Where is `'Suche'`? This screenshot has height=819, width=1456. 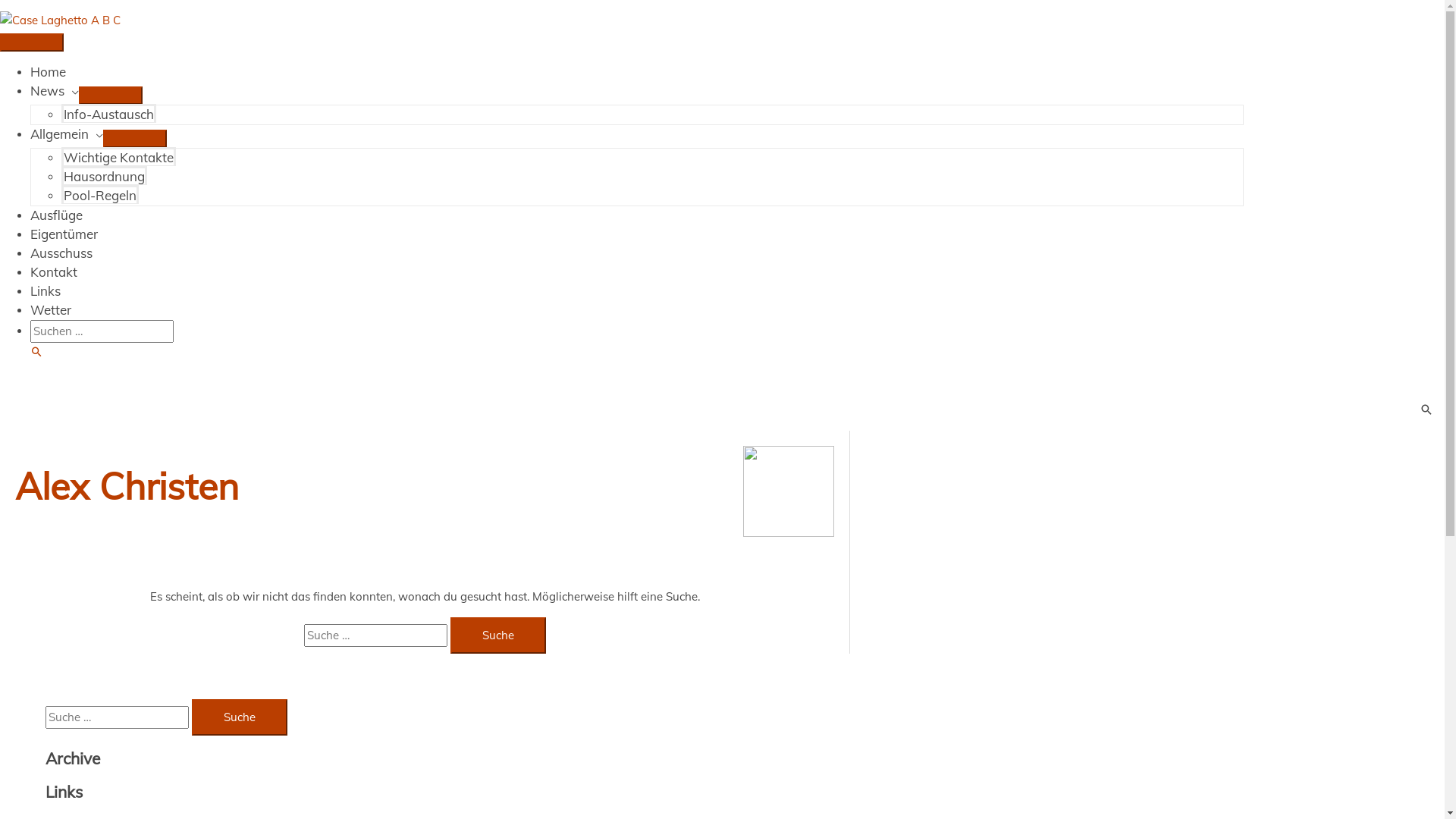 'Suche' is located at coordinates (239, 717).